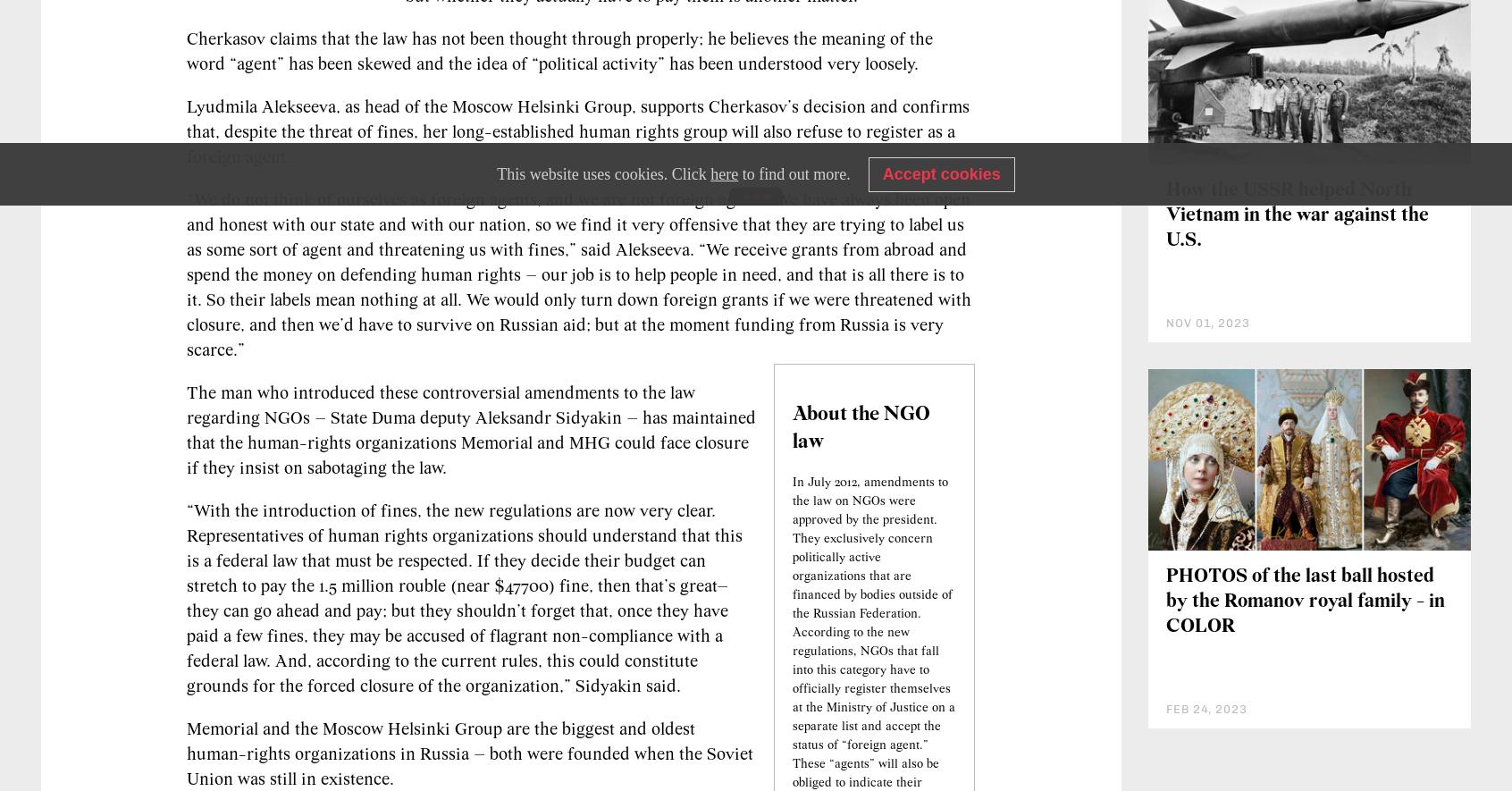  What do you see at coordinates (724, 173) in the screenshot?
I see `'here'` at bounding box center [724, 173].